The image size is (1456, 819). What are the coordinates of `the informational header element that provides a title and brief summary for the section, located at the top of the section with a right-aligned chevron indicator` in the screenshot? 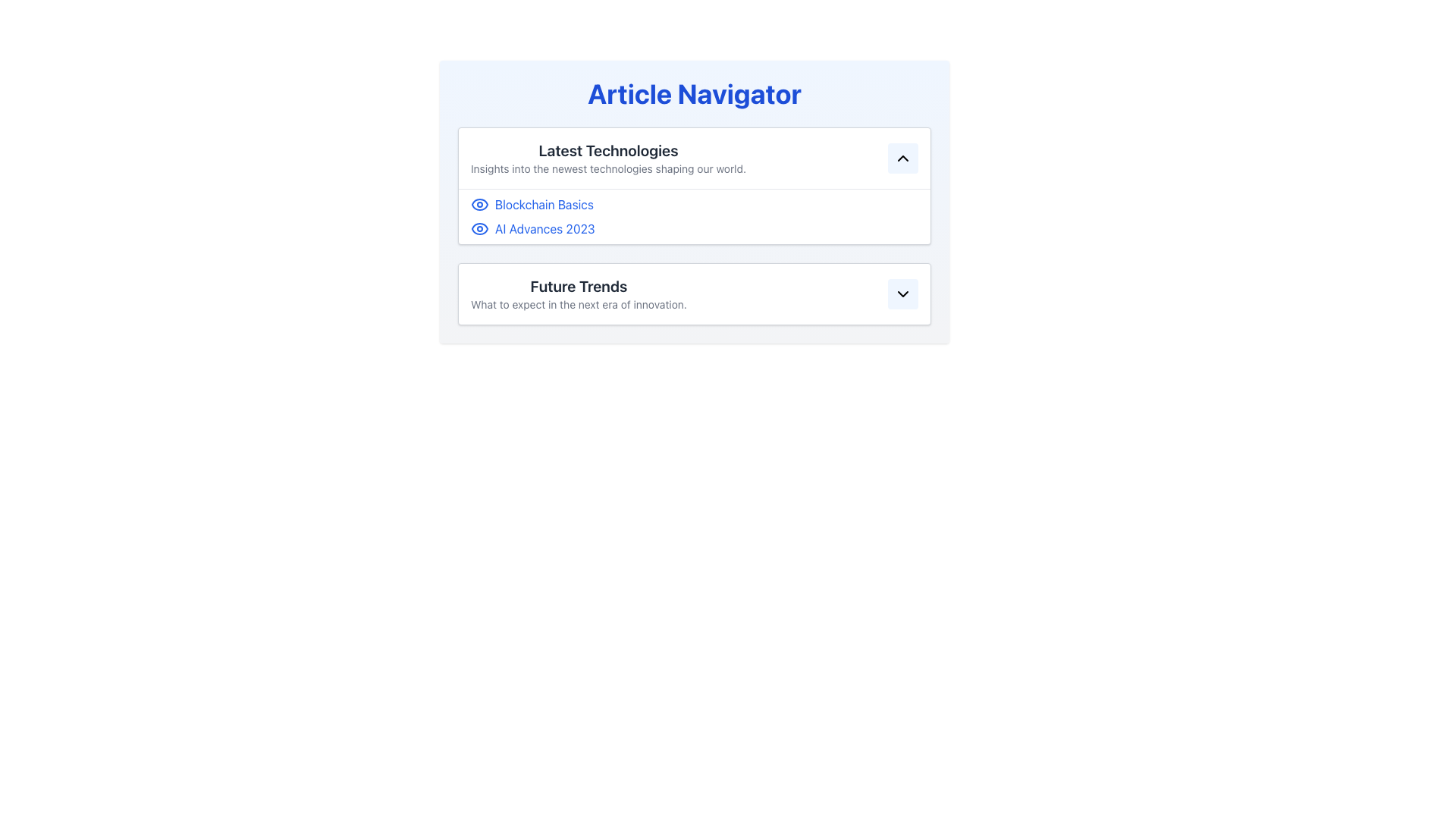 It's located at (608, 158).